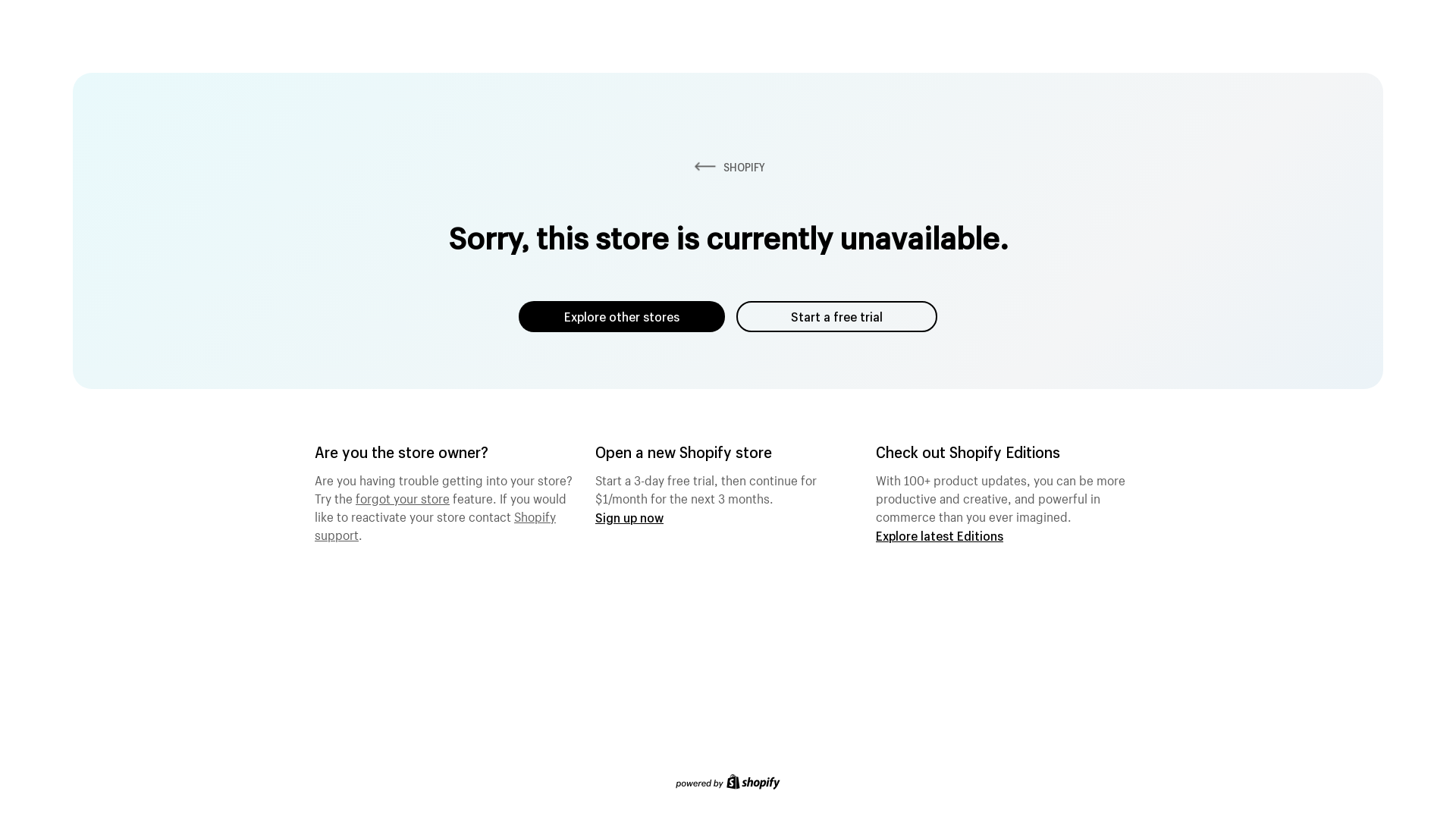 The image size is (1456, 819). I want to click on 'Explore latest Editions', so click(938, 535).